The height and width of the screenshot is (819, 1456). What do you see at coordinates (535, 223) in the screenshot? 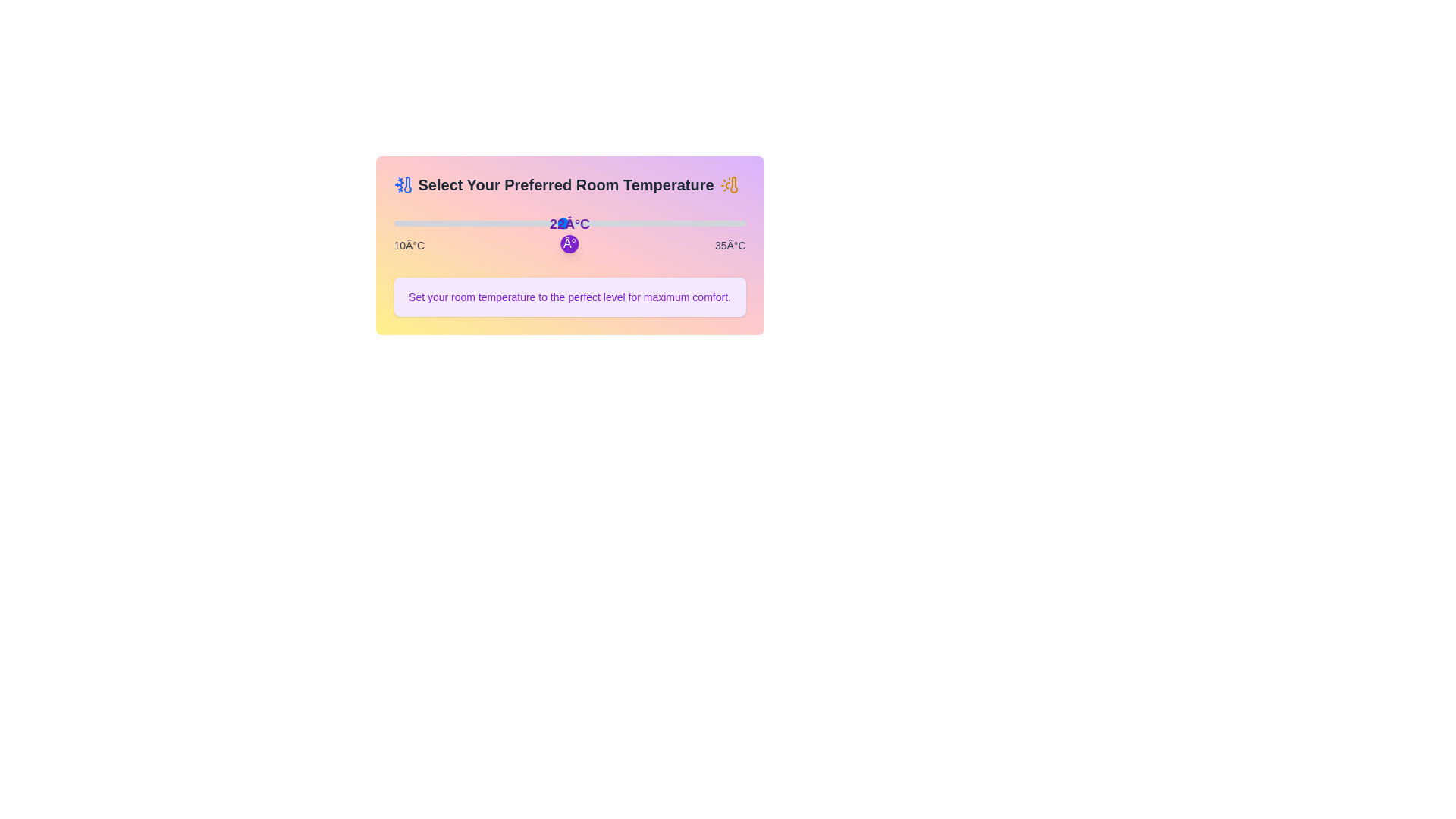
I see `the slider to a specific temperature 20 in degrees Celsius` at bounding box center [535, 223].